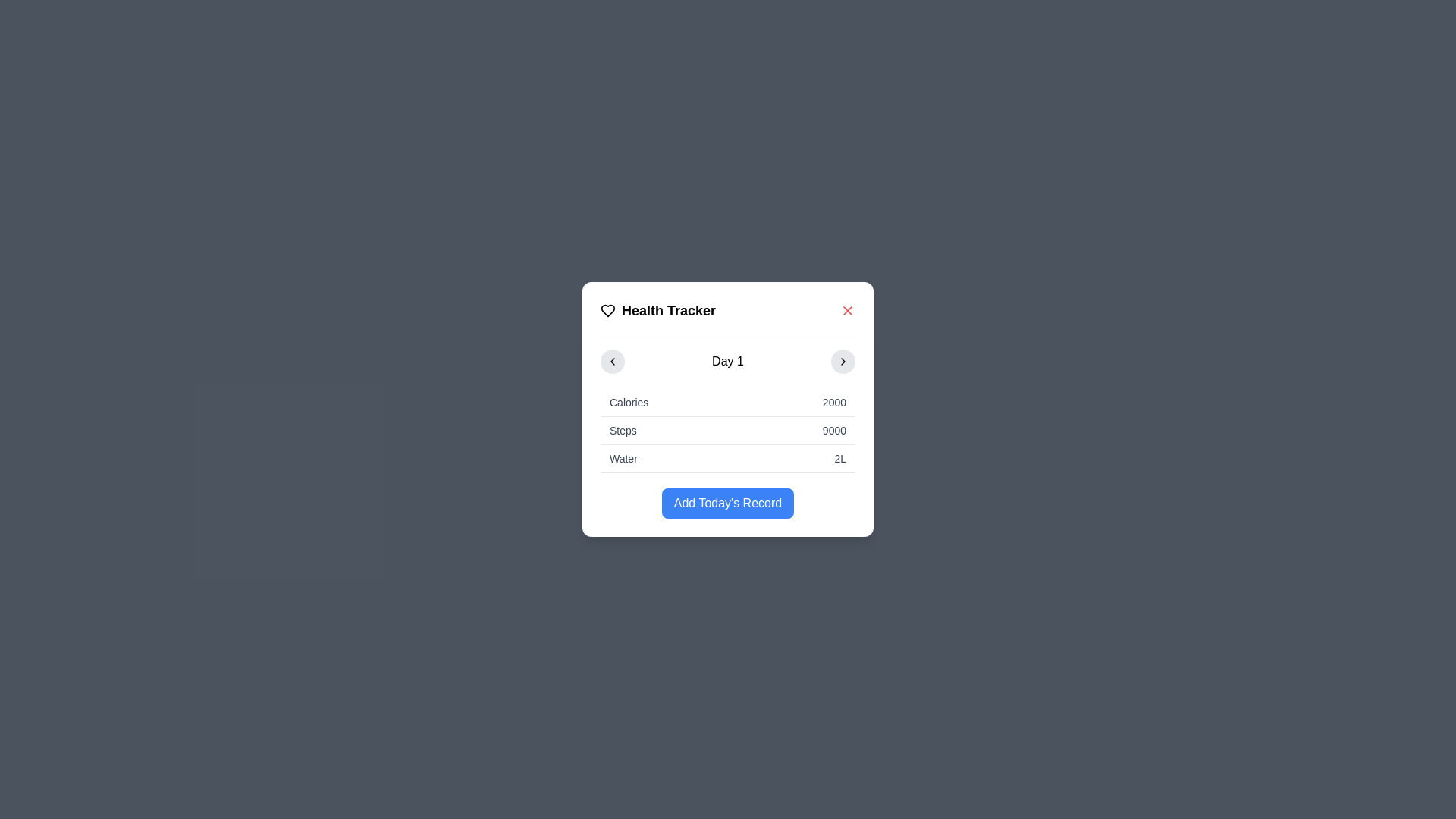 This screenshot has height=819, width=1456. I want to click on the button located at the bottom center of a white rounded card layout, which allows the user, so click(728, 503).